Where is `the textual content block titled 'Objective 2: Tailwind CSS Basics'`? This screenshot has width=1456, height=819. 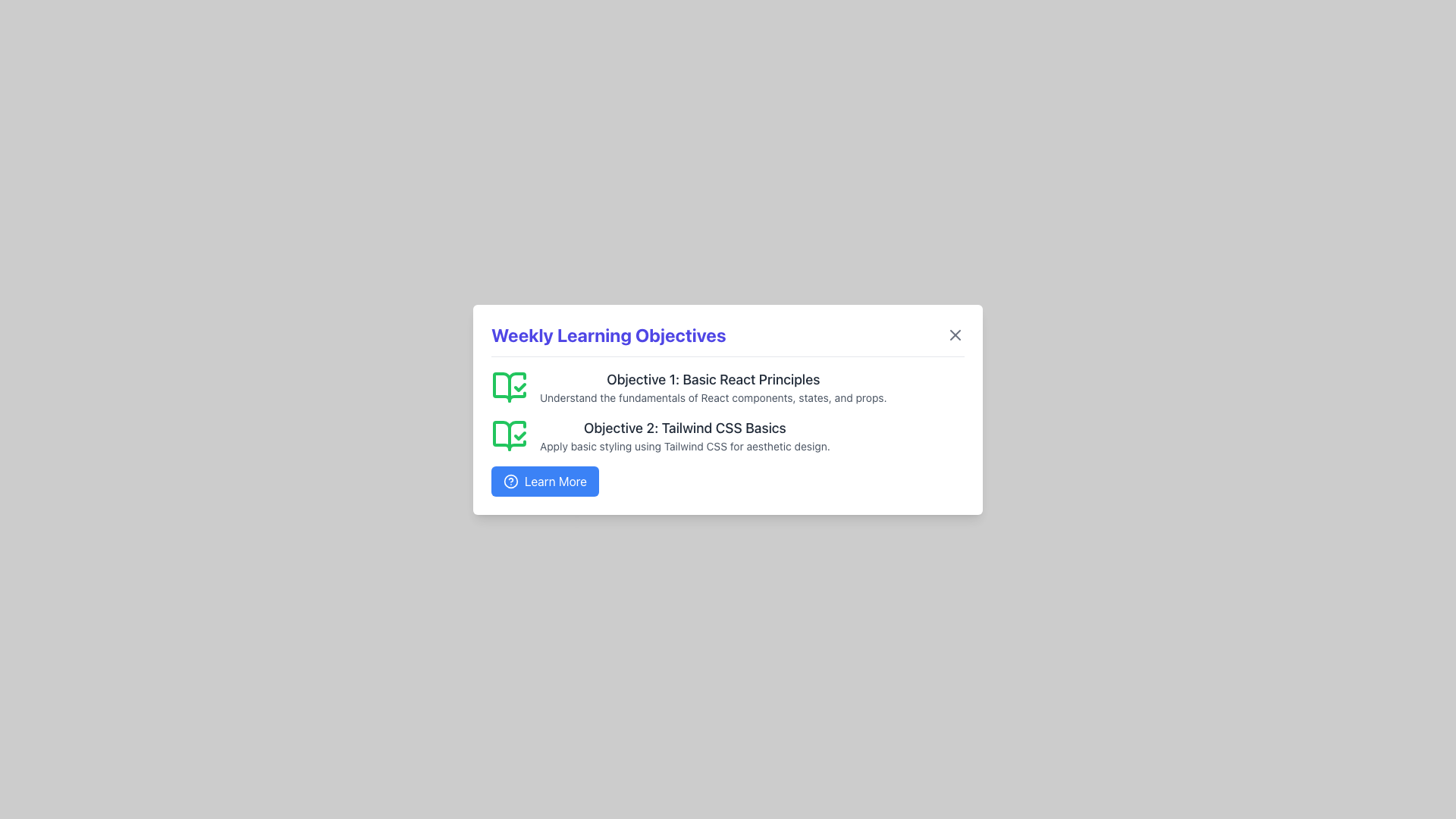 the textual content block titled 'Objective 2: Tailwind CSS Basics' is located at coordinates (684, 435).